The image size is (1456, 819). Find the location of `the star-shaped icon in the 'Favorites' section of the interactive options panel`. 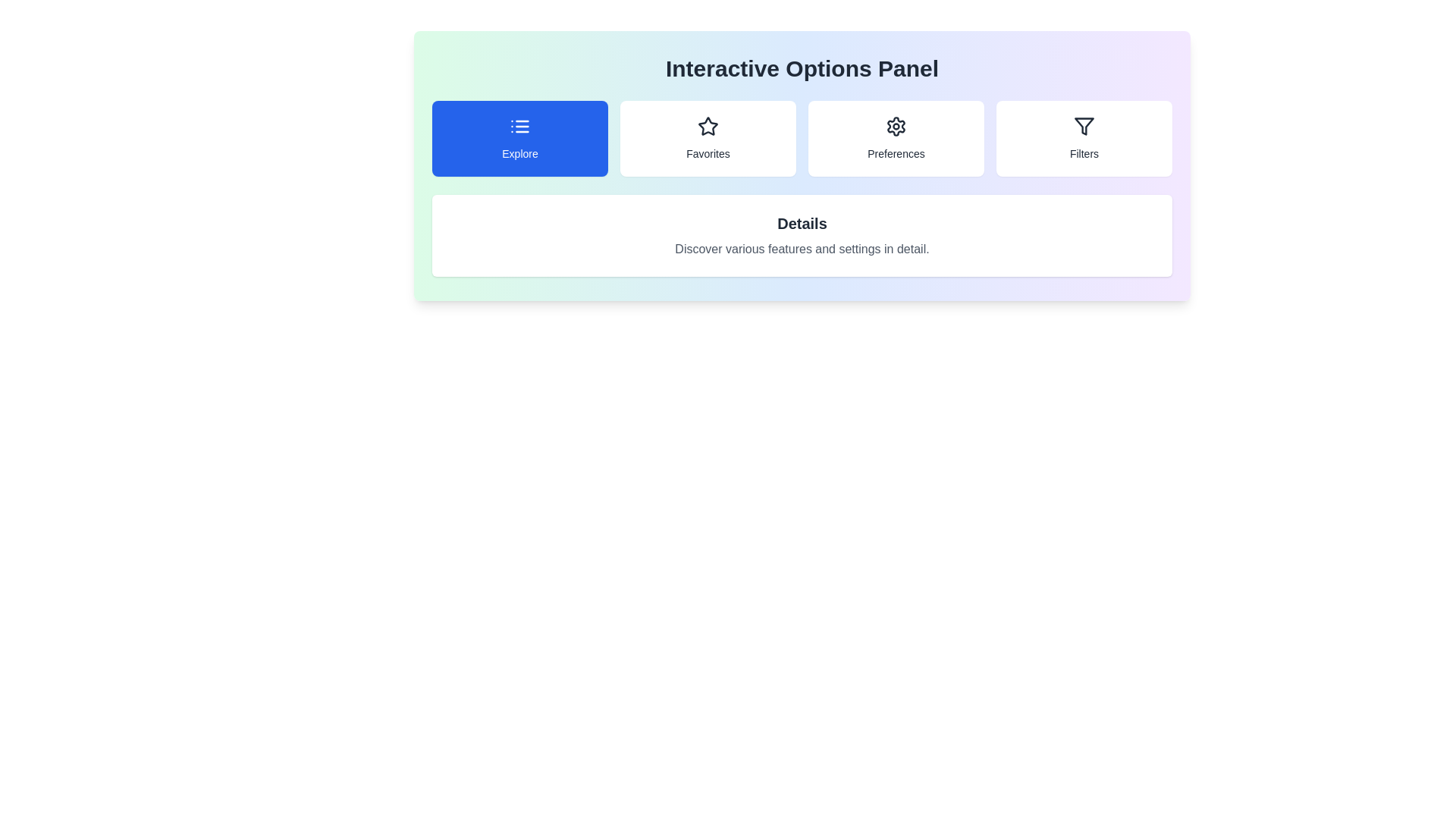

the star-shaped icon in the 'Favorites' section of the interactive options panel is located at coordinates (708, 125).